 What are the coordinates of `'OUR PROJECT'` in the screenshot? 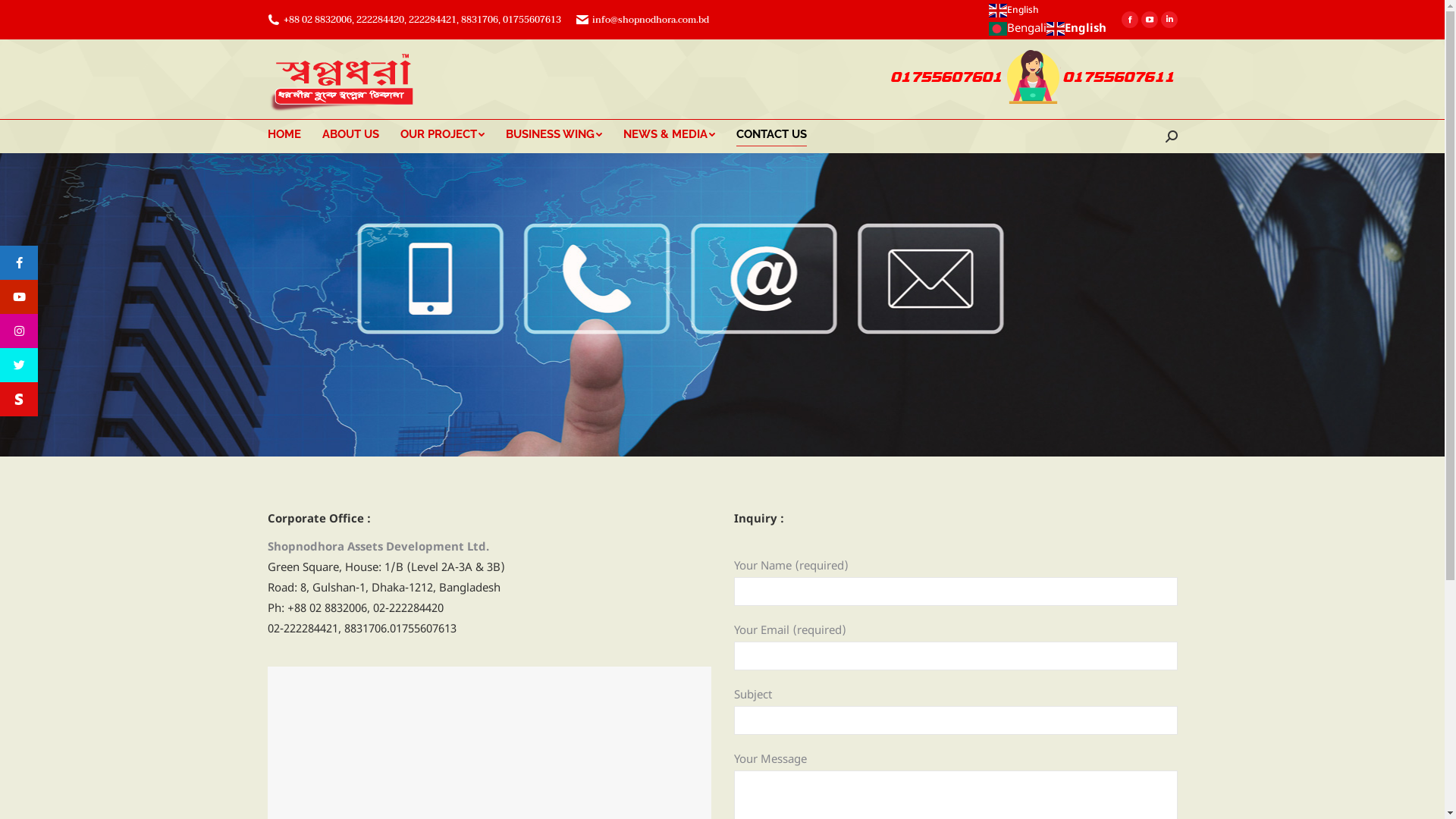 It's located at (452, 133).